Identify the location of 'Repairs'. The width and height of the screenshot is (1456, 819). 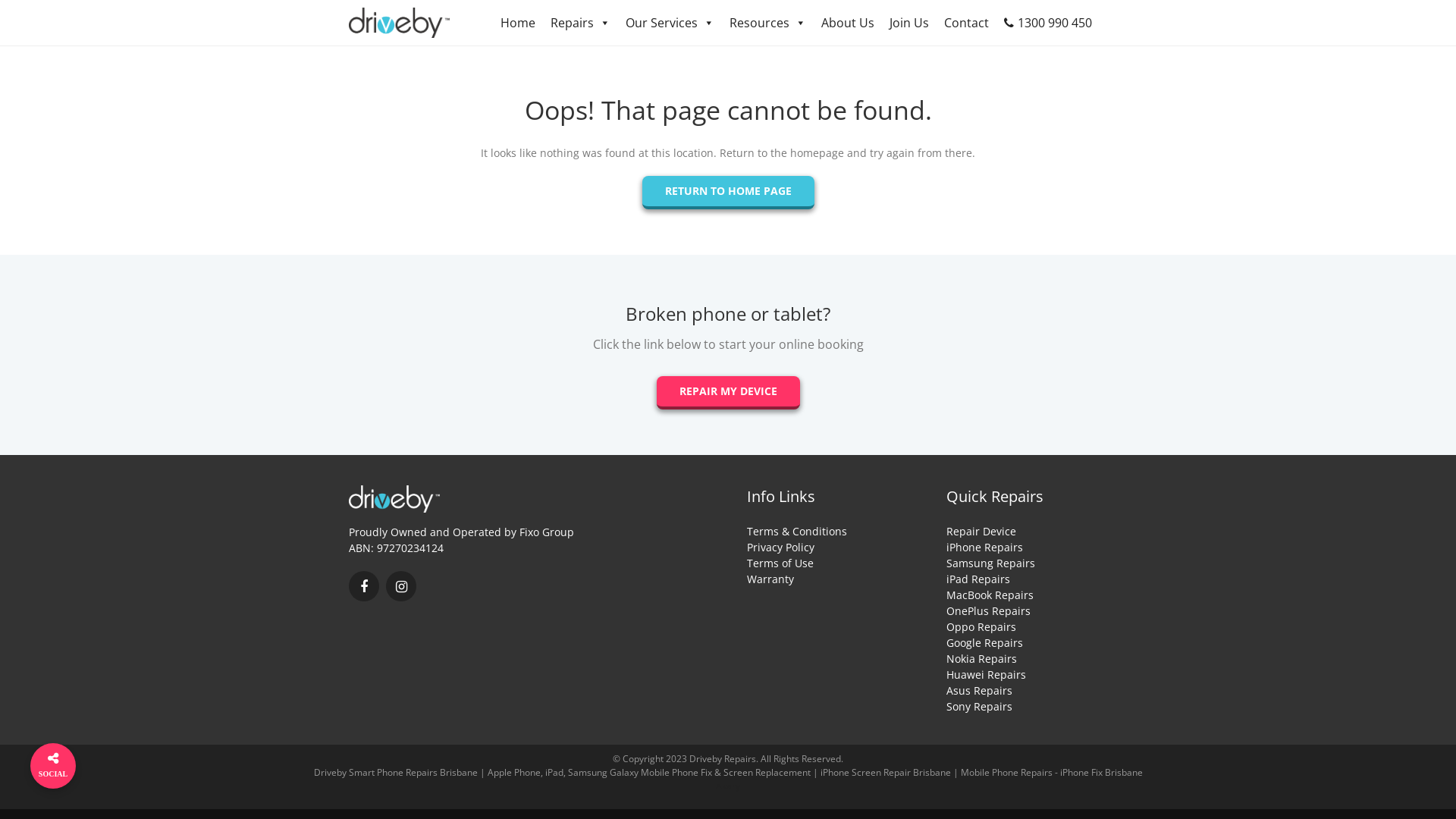
(542, 23).